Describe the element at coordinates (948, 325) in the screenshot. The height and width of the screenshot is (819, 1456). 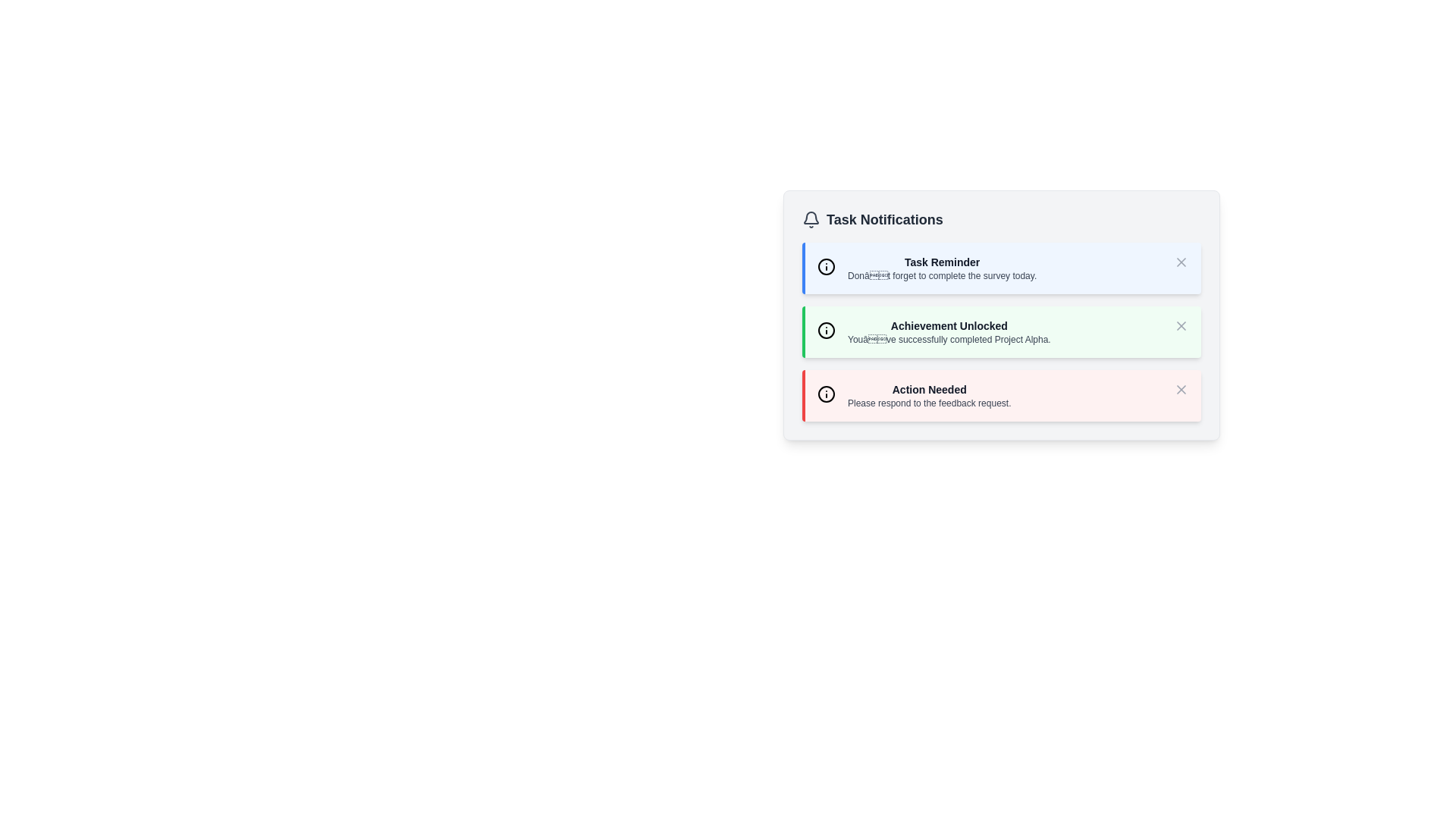
I see `the text label at the top of the second notification item in the notification panel, which indicates the type of notification received` at that location.